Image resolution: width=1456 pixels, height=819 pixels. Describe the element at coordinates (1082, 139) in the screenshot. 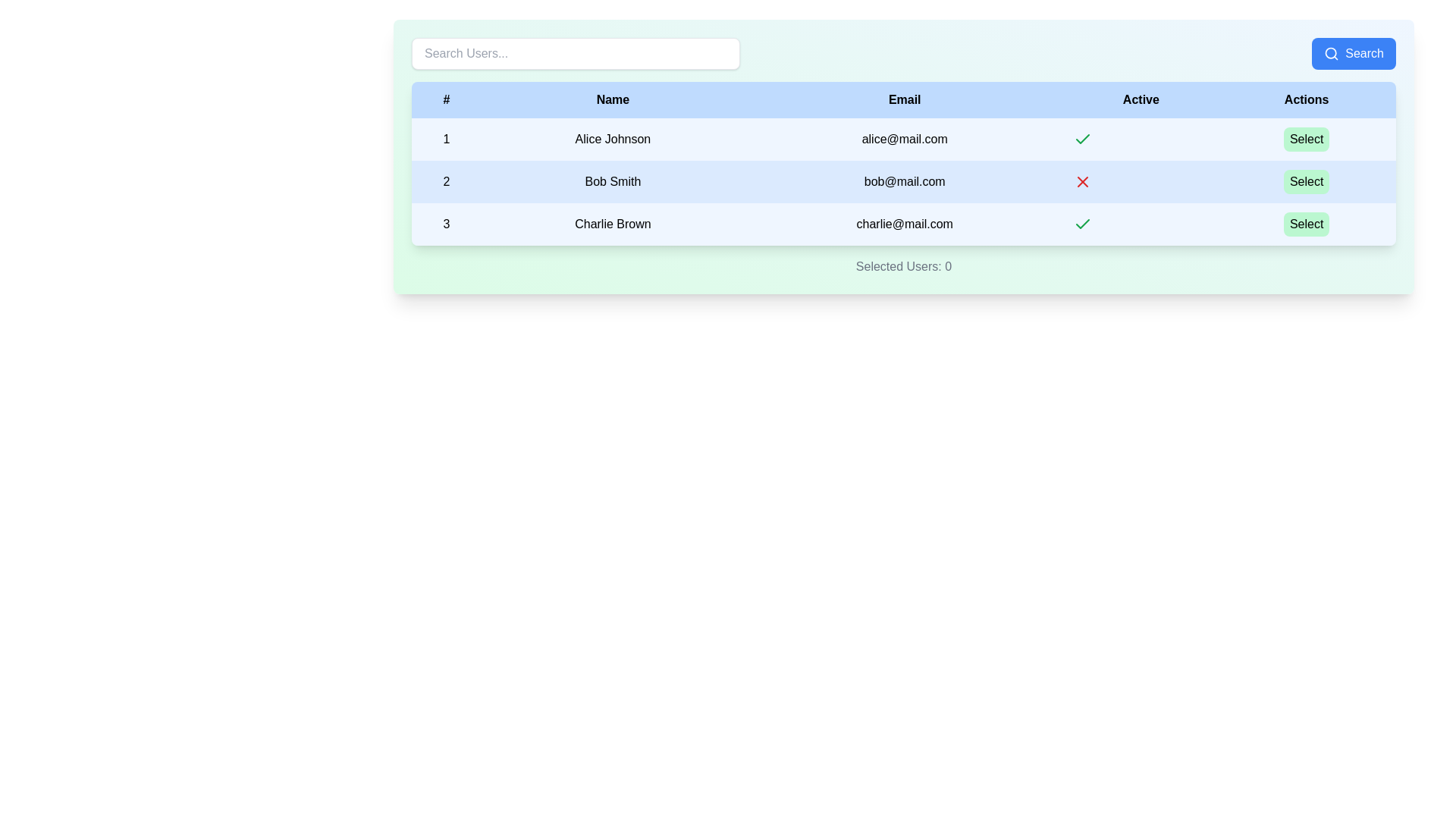

I see `the icon indicating a 'true' or 'confirmed' status for the 'Active' state of 'Charlie Brown' in the user data table` at that location.